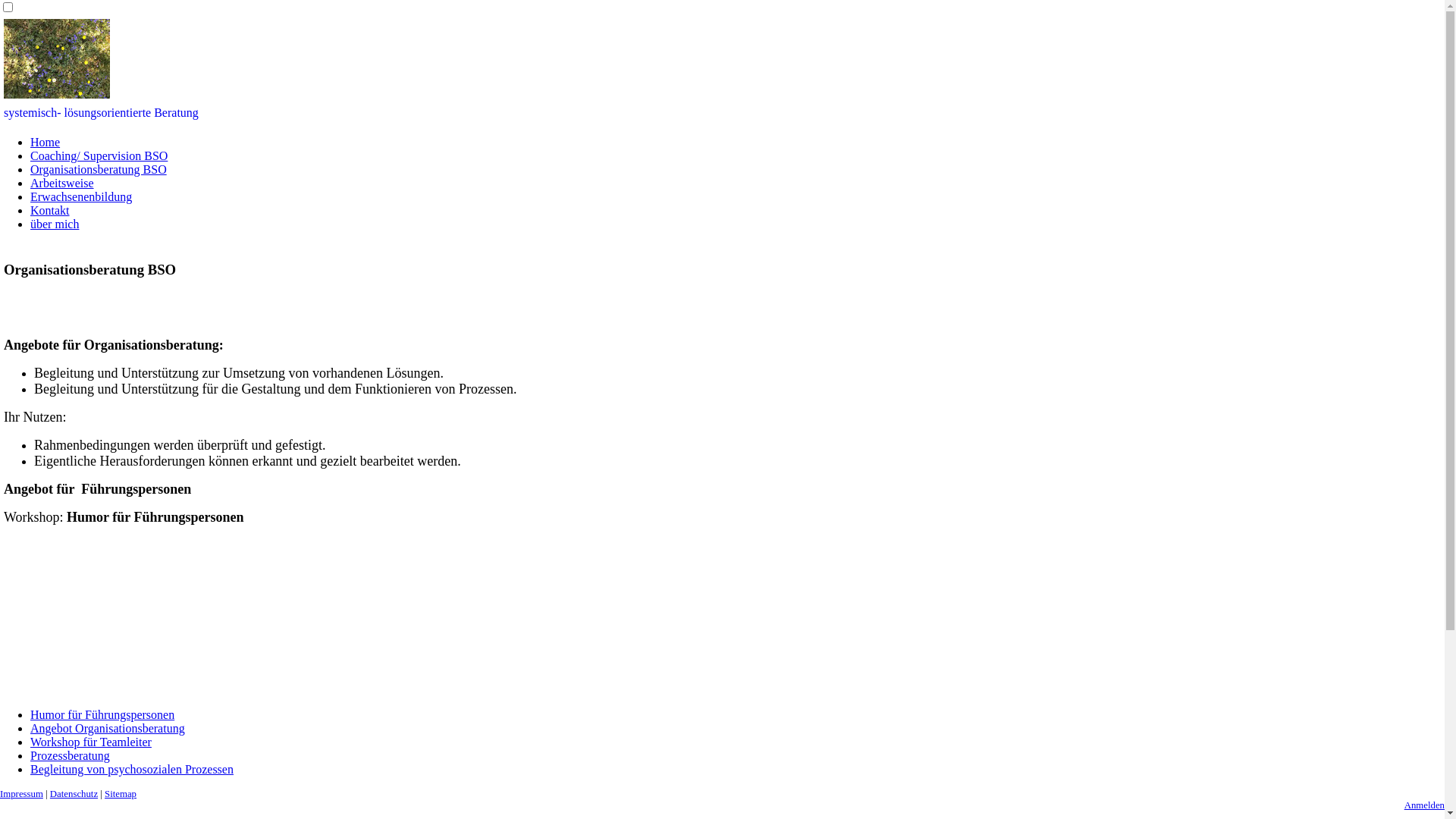 The width and height of the screenshot is (1456, 819). Describe the element at coordinates (80, 196) in the screenshot. I see `'Erwachsenenbildung'` at that location.